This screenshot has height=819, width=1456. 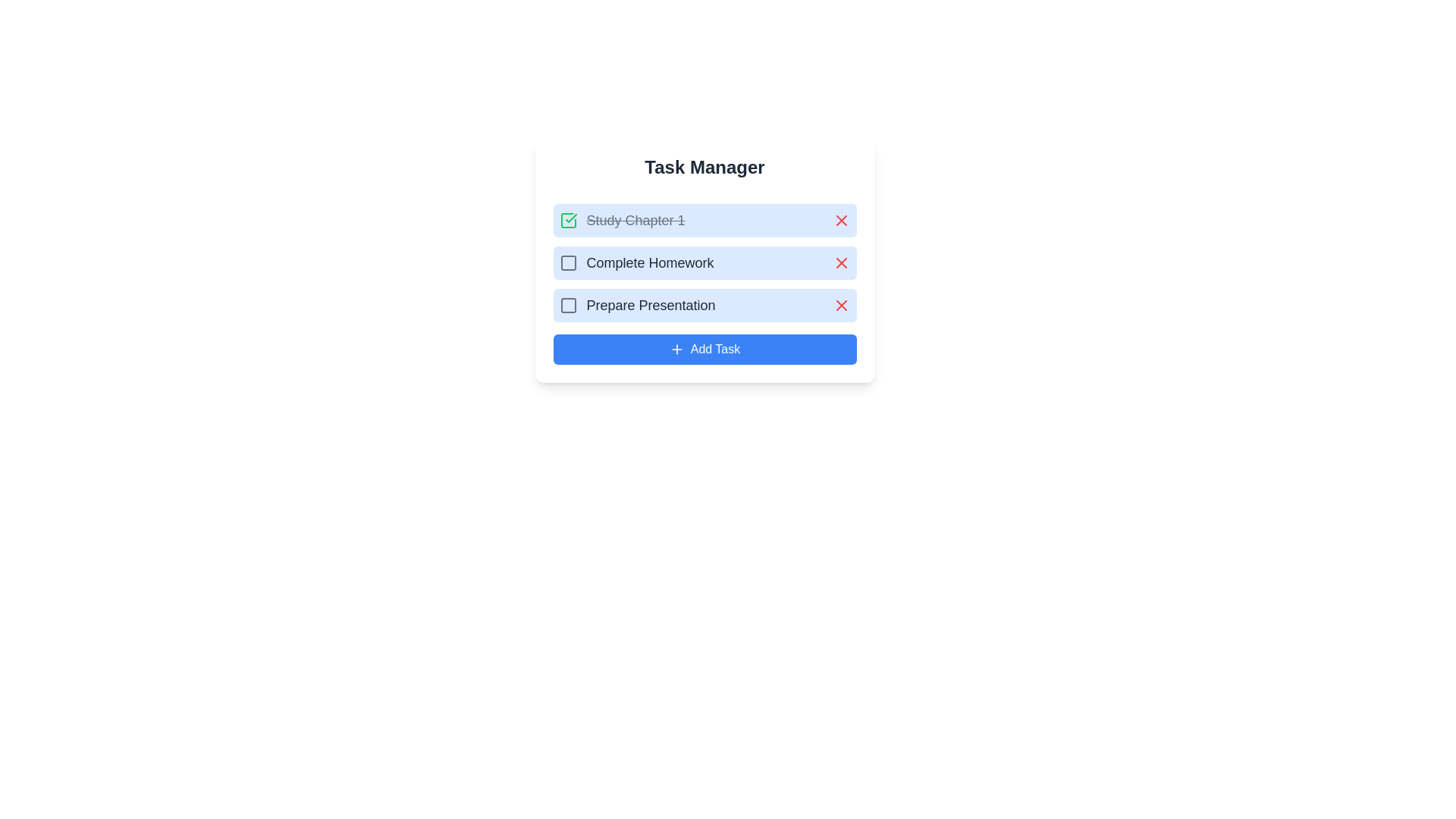 What do you see at coordinates (676, 350) in the screenshot?
I see `the plus icon located within the blue 'Add Task' button` at bounding box center [676, 350].